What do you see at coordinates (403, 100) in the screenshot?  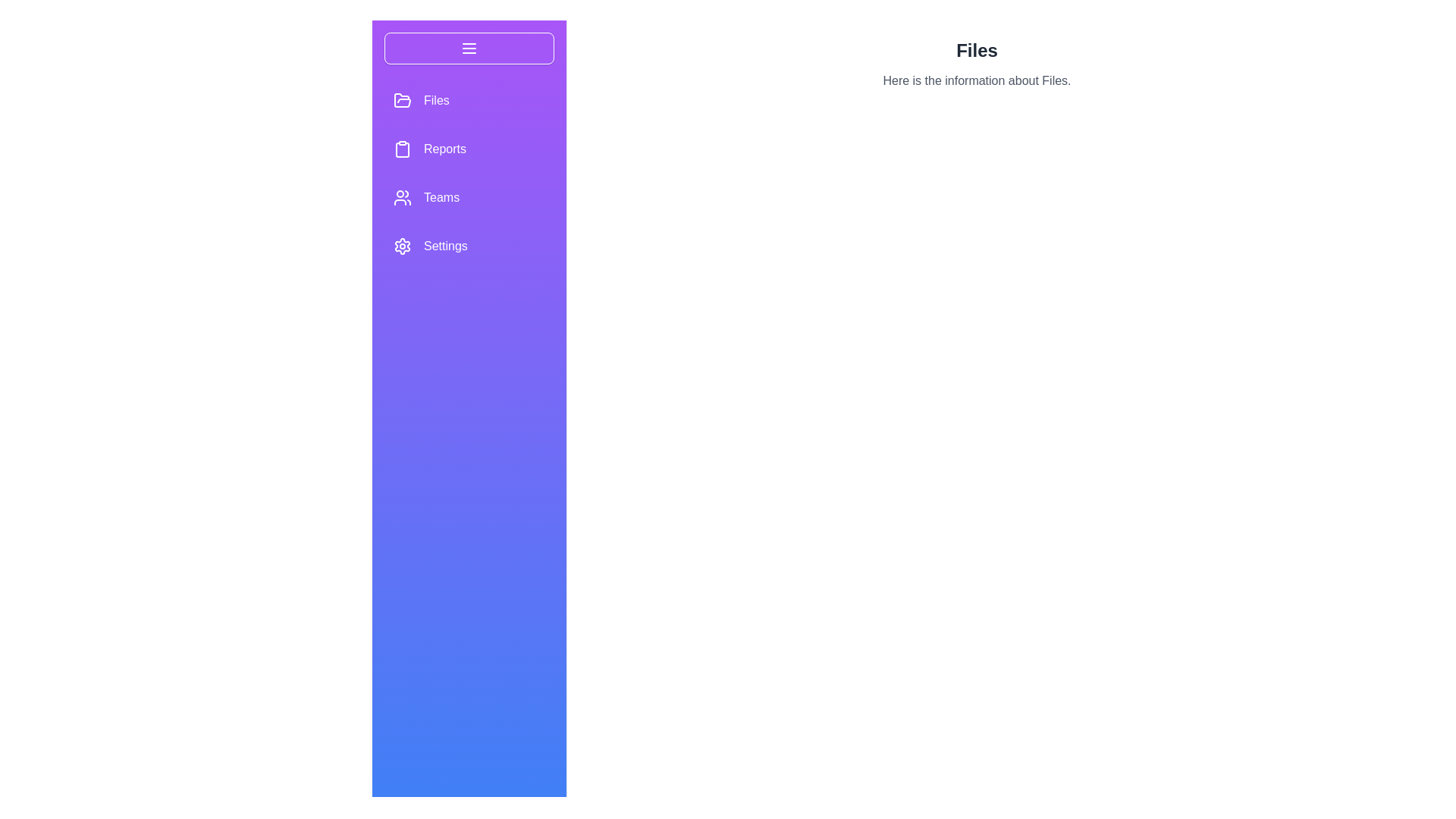 I see `the menu option Files to select it` at bounding box center [403, 100].